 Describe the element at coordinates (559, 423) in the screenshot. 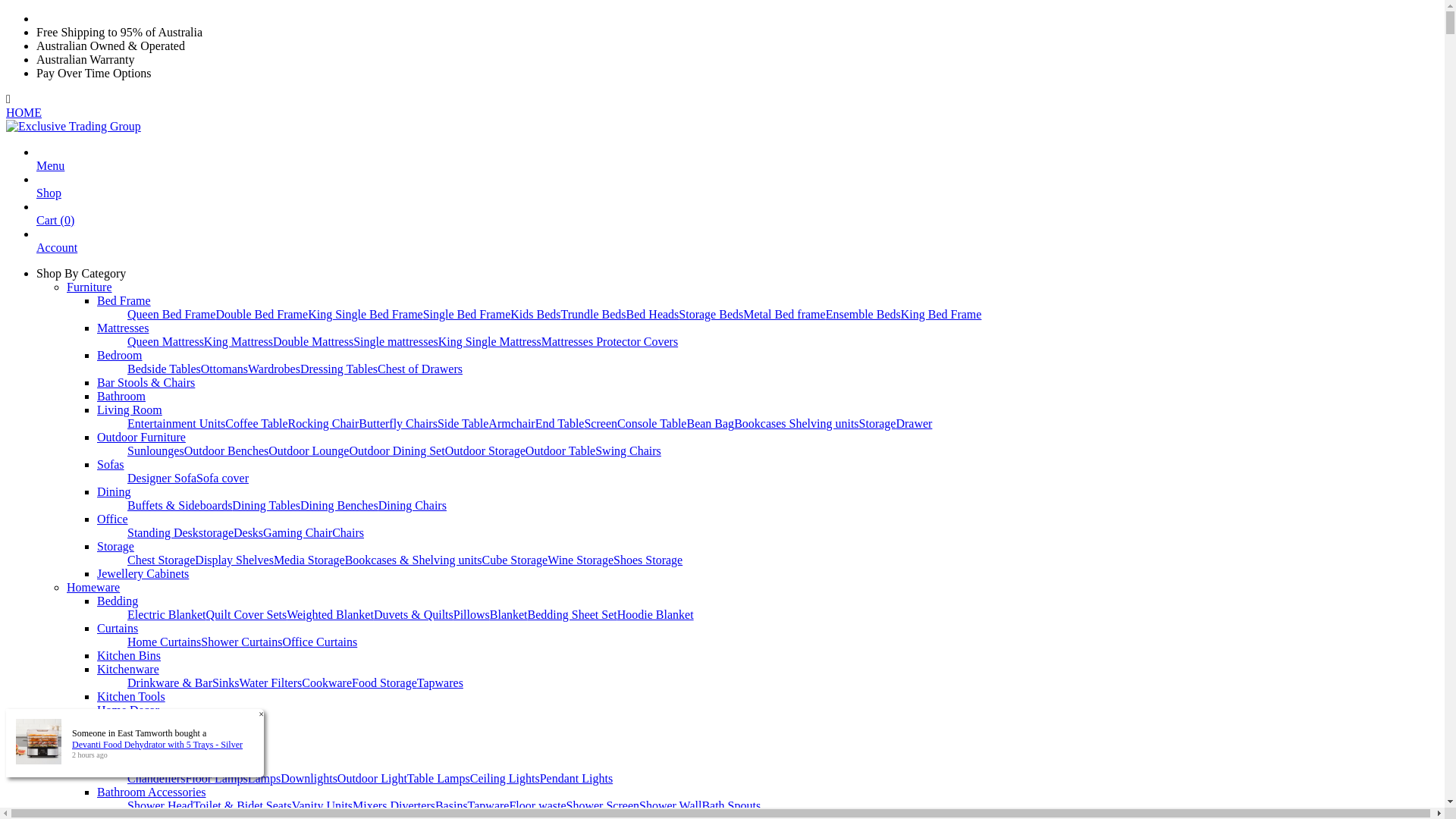

I see `'End Table'` at that location.